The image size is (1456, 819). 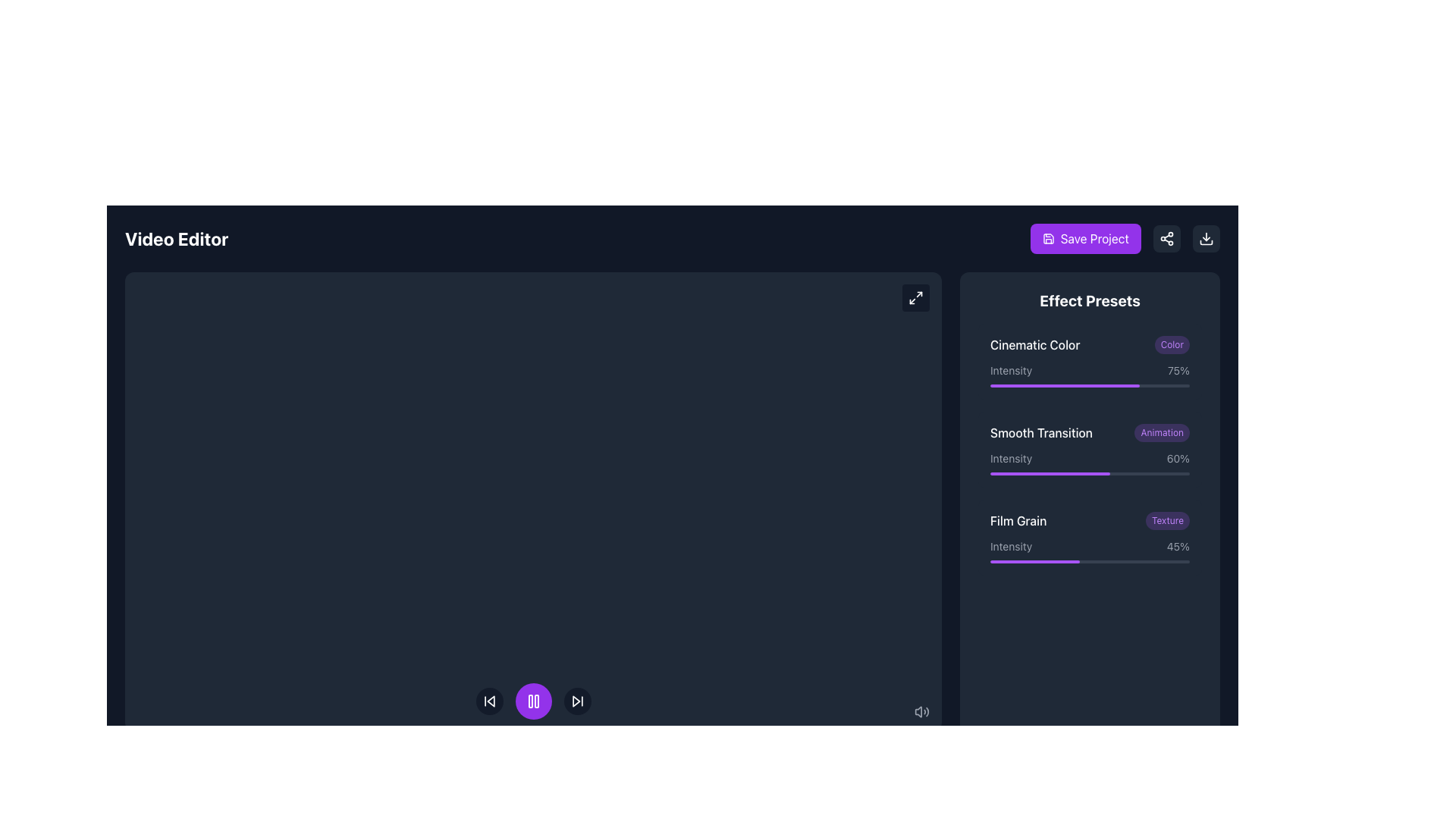 I want to click on progress bar for the 'Cinematic Color' effect intensity setting, currently displaying 75%, so click(x=1089, y=375).